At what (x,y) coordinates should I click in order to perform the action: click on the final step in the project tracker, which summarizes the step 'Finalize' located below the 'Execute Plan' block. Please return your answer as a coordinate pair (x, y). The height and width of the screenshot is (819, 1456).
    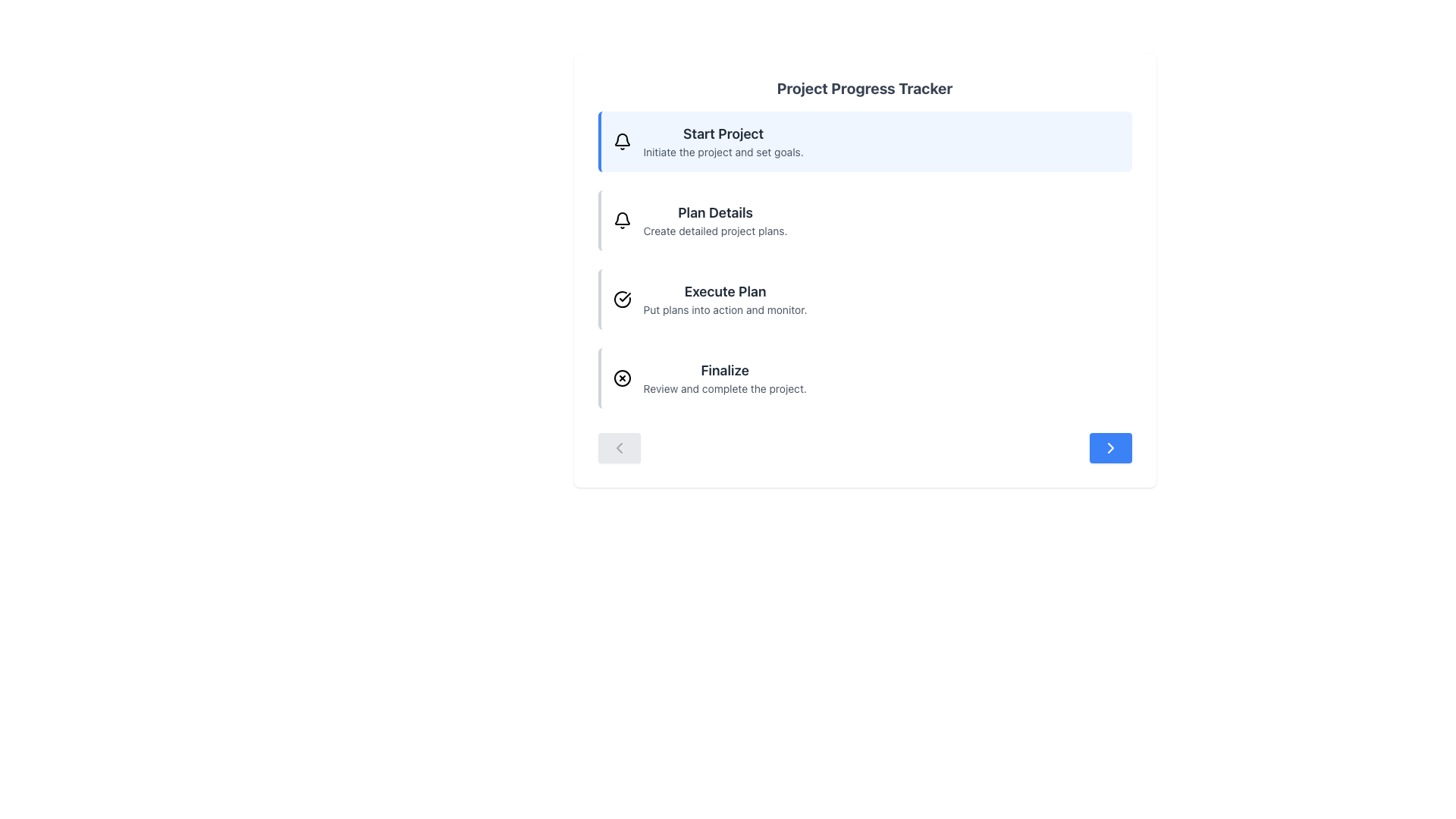
    Looking at the image, I should click on (864, 377).